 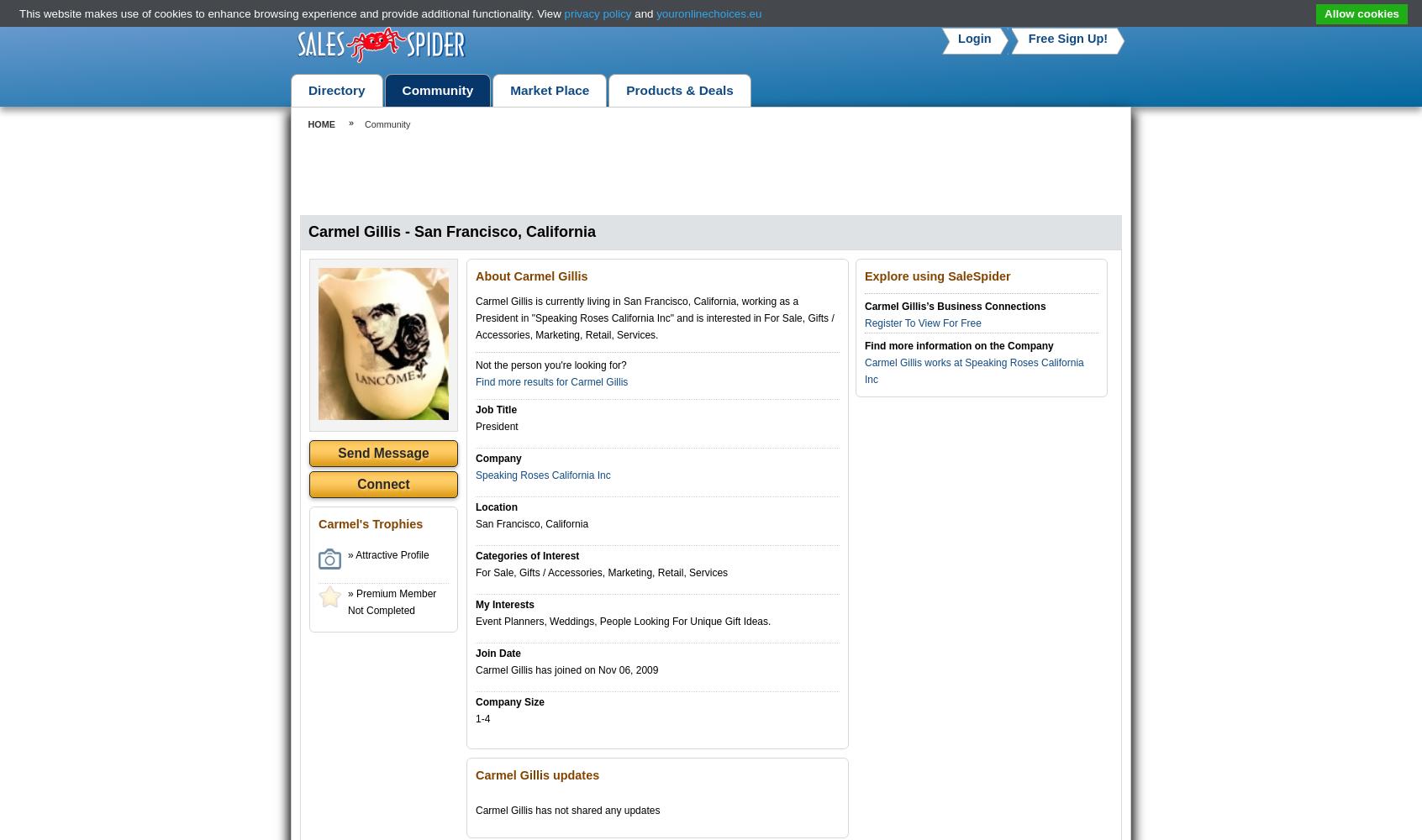 What do you see at coordinates (973, 370) in the screenshot?
I see `'Carmel Gillis works at Speaking Roses California Inc'` at bounding box center [973, 370].